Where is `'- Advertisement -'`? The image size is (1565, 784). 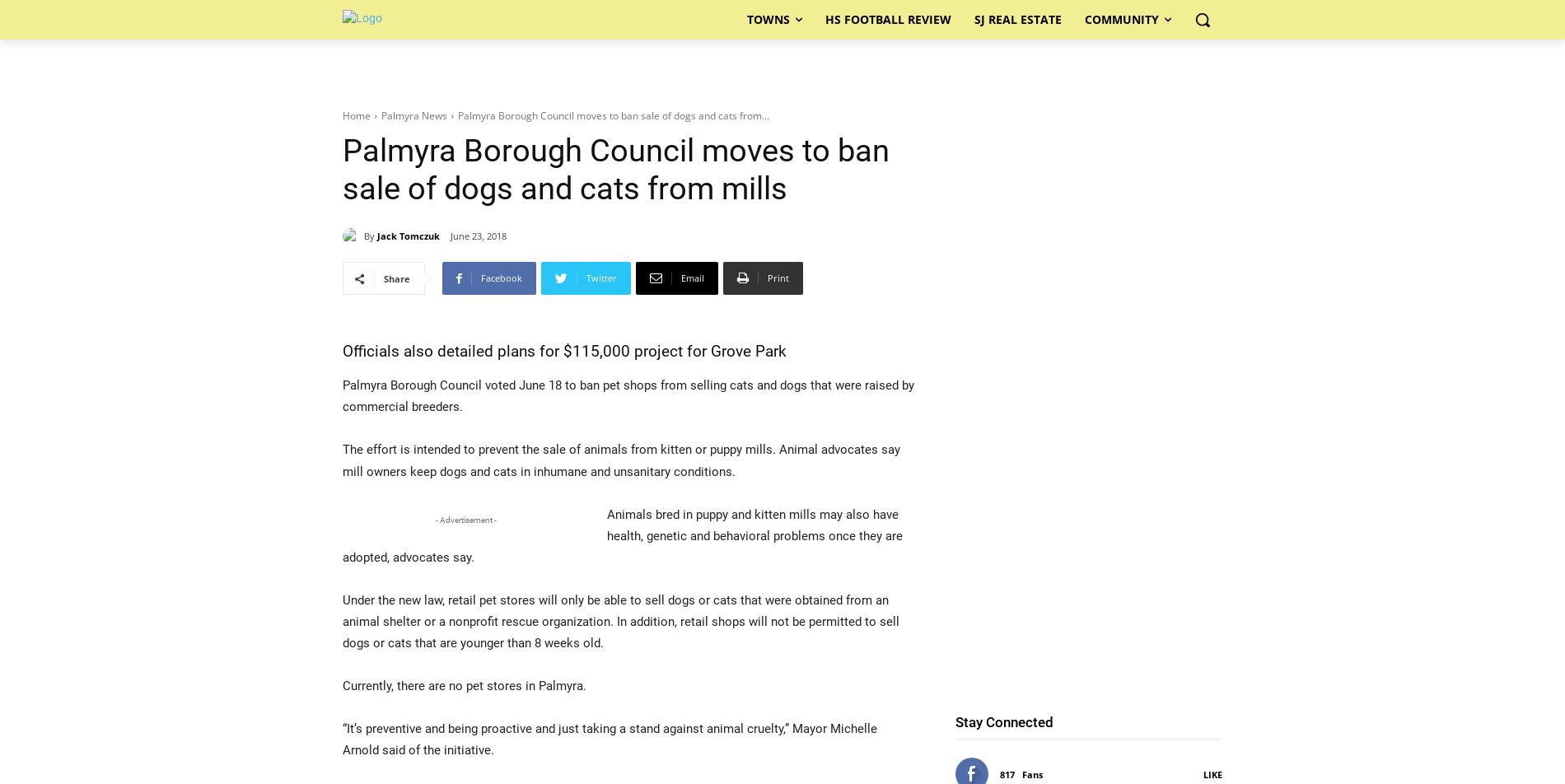
'- Advertisement -' is located at coordinates (466, 519).